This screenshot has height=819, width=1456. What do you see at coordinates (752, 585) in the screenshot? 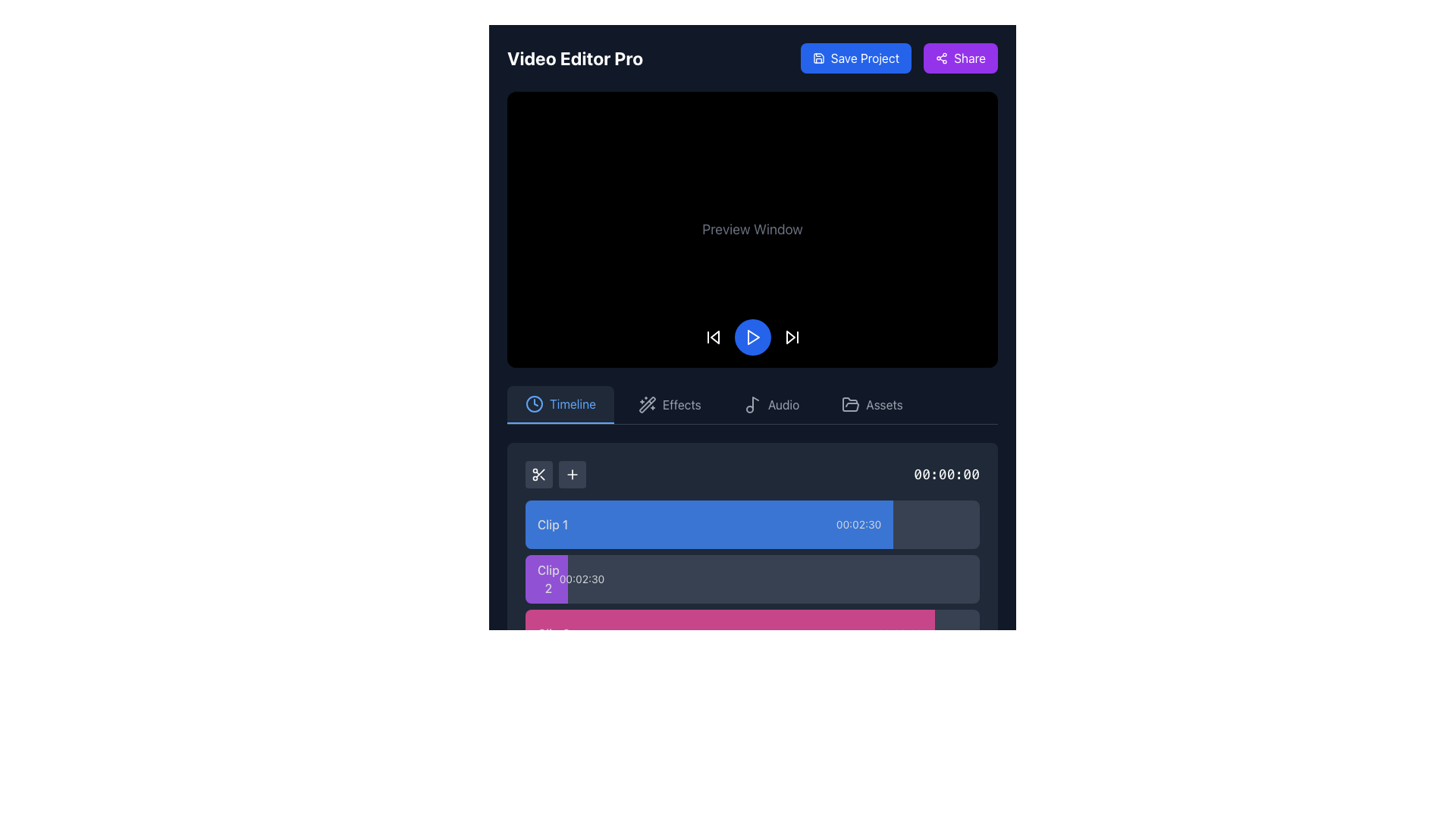
I see `the second timeline clip item, which is located below 'Clip 1' and above 'Clip 3'` at bounding box center [752, 585].